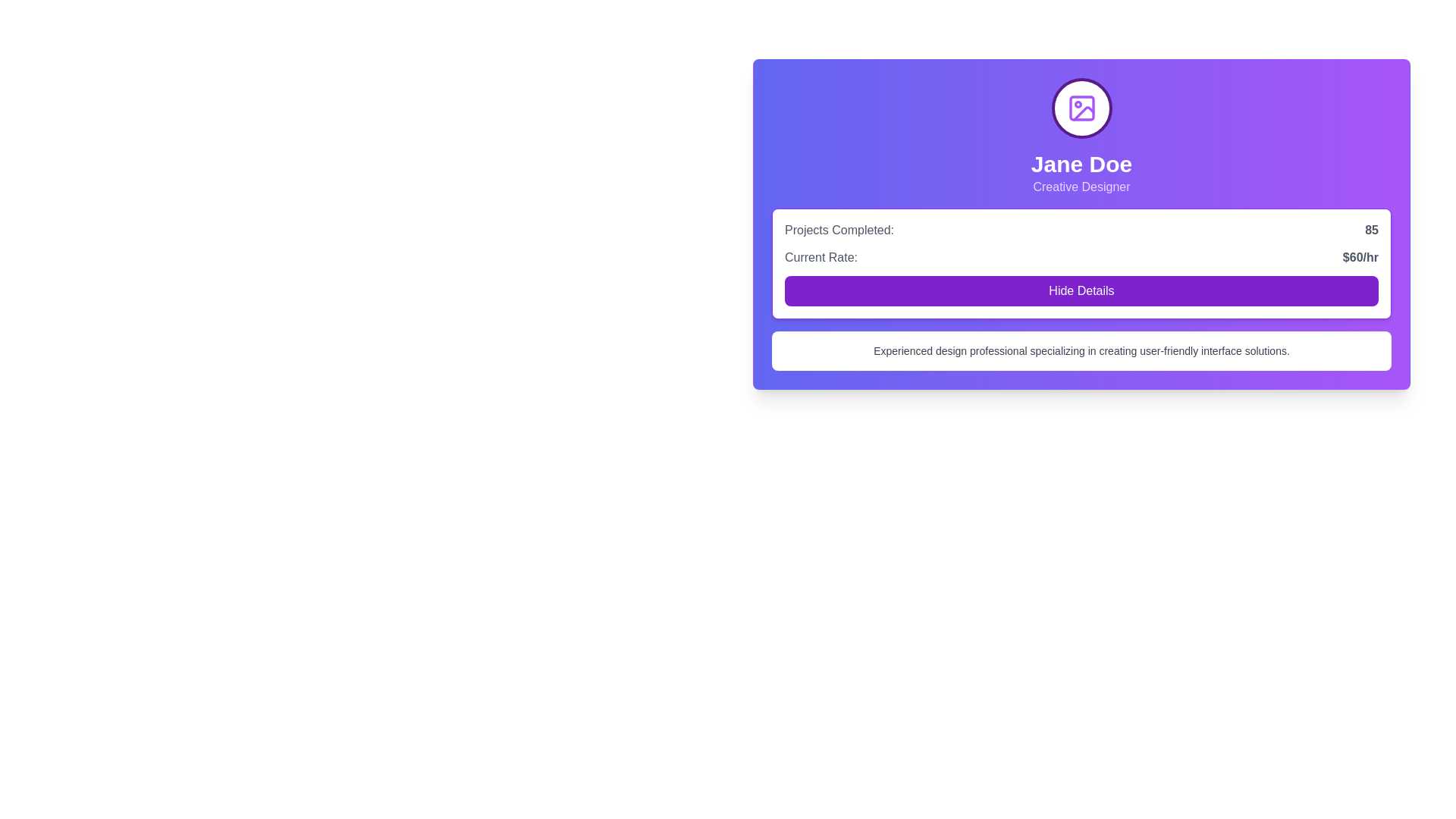 This screenshot has height=819, width=1456. Describe the element at coordinates (1081, 291) in the screenshot. I see `the purple button labeled 'Hide Details' to observe the hover effect` at that location.